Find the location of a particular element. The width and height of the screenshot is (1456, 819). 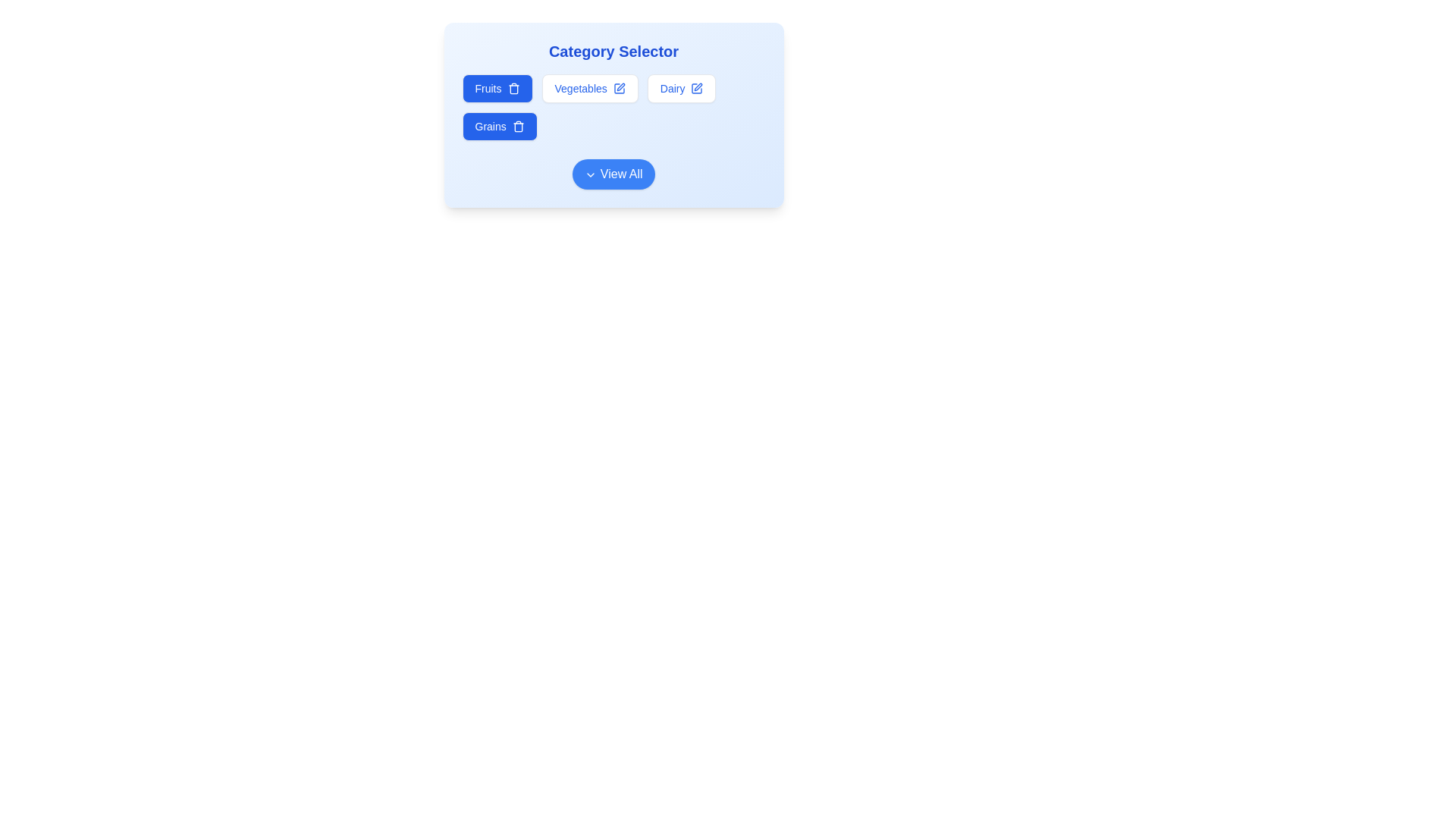

edit icon associated with the category Vegetables to select it is located at coordinates (619, 88).